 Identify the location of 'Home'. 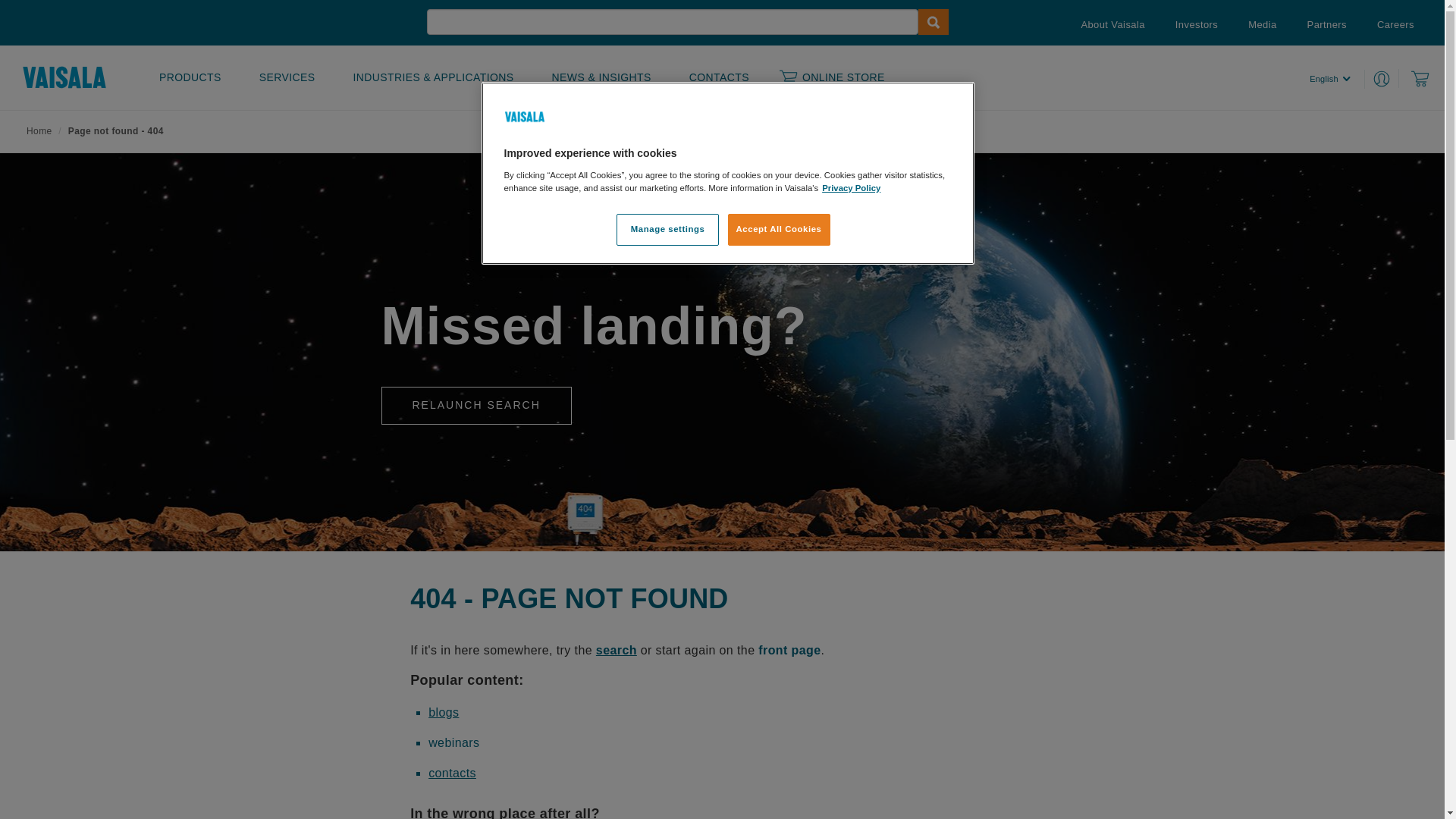
(22, 77).